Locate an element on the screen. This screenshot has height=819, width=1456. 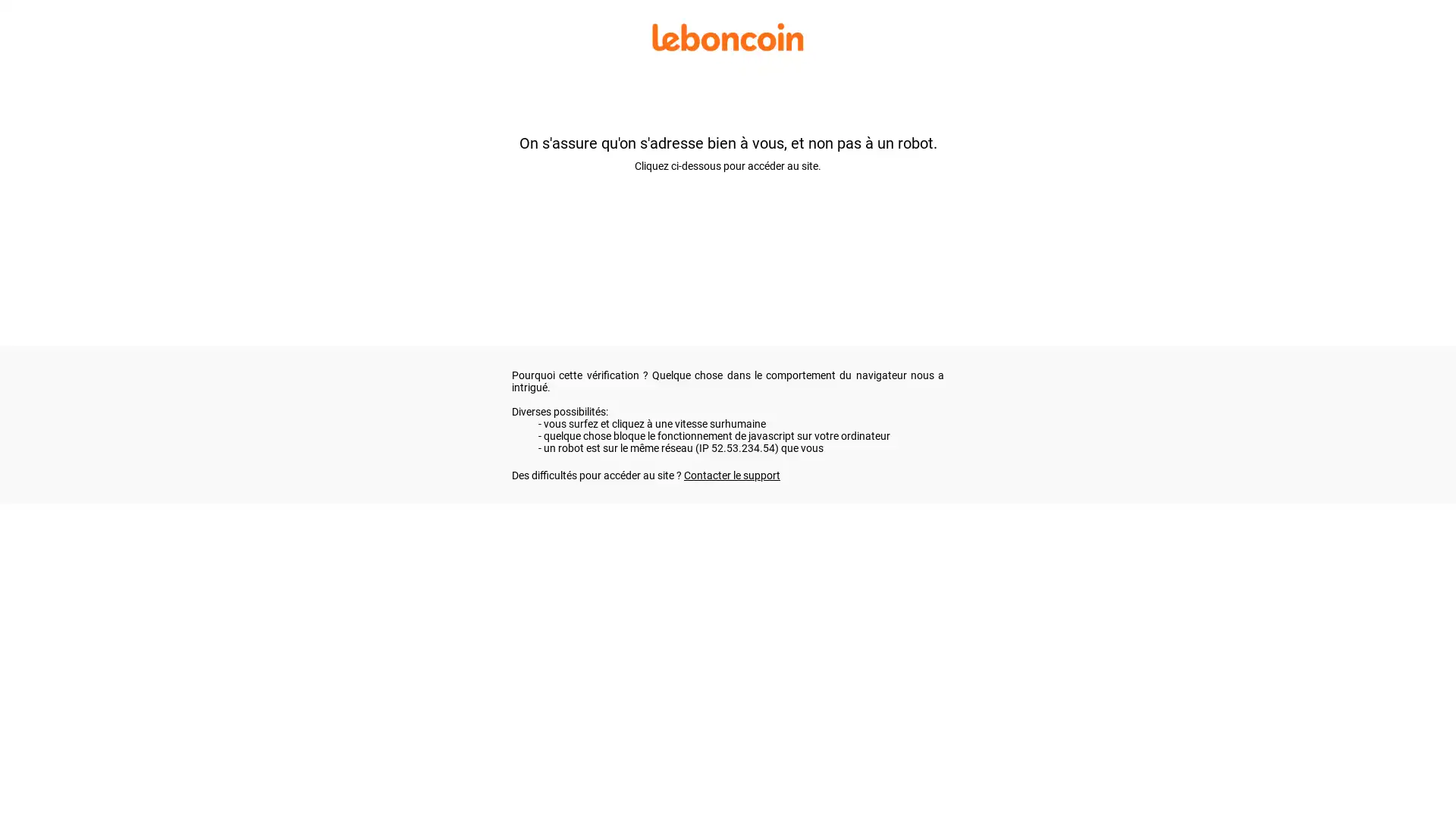
categories-cta is located at coordinates (463, 177).